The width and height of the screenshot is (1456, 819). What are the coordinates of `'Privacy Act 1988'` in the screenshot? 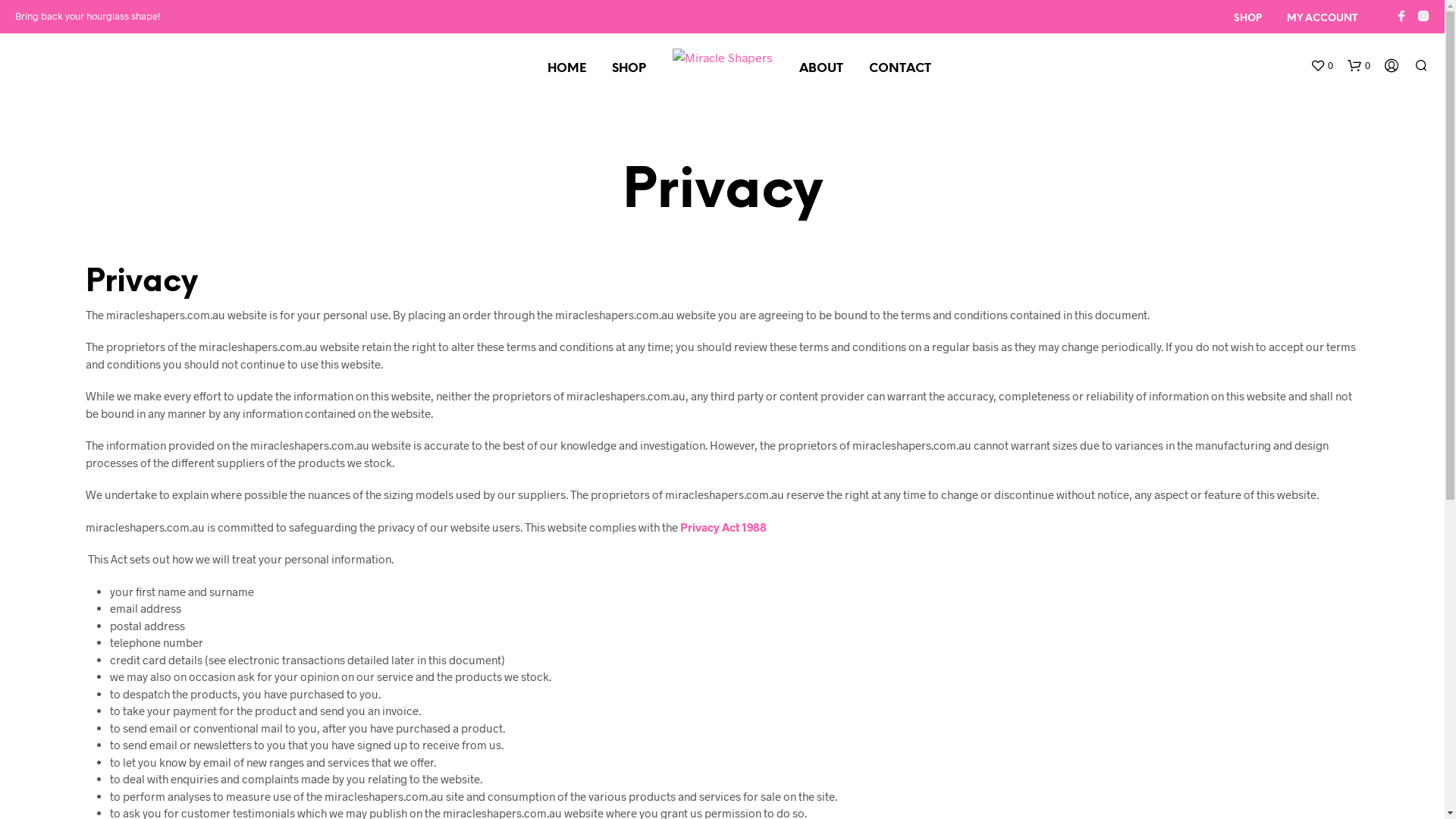 It's located at (722, 526).